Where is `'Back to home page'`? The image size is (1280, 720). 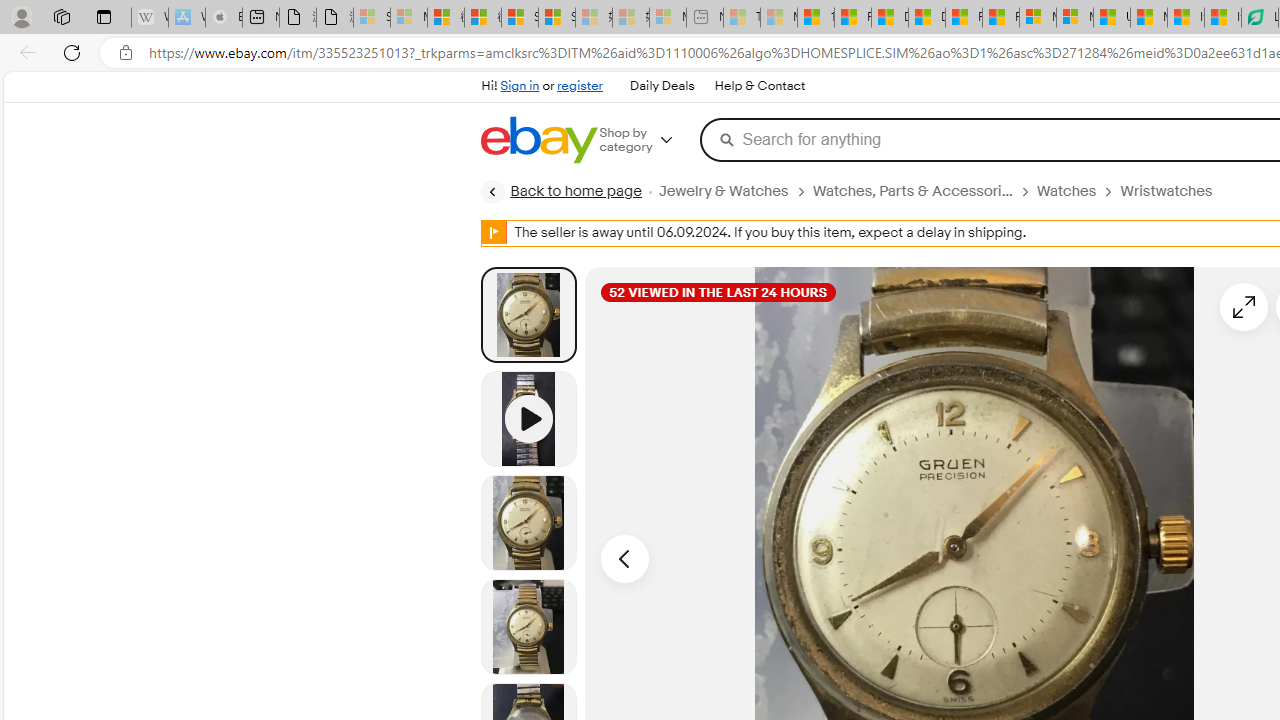 'Back to home page' is located at coordinates (560, 191).